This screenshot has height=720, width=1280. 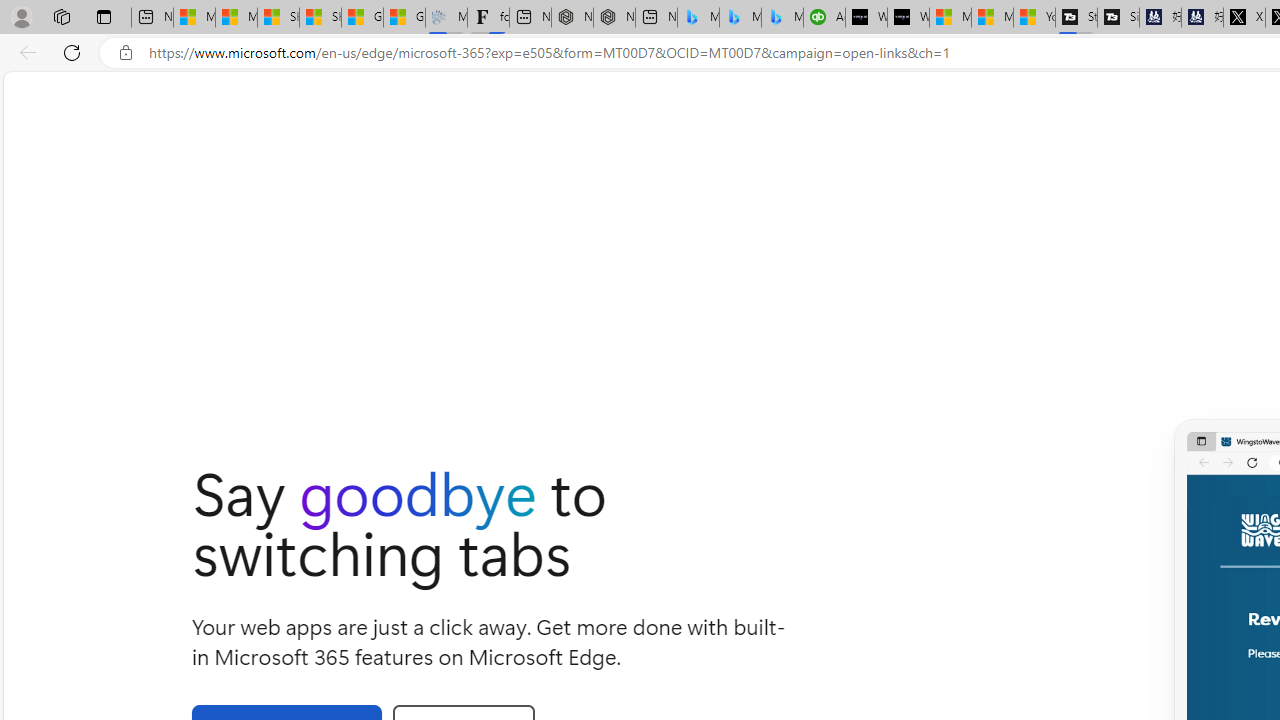 I want to click on 'Accounting Software for Accountants, CPAs and Bookkeepers', so click(x=824, y=17).